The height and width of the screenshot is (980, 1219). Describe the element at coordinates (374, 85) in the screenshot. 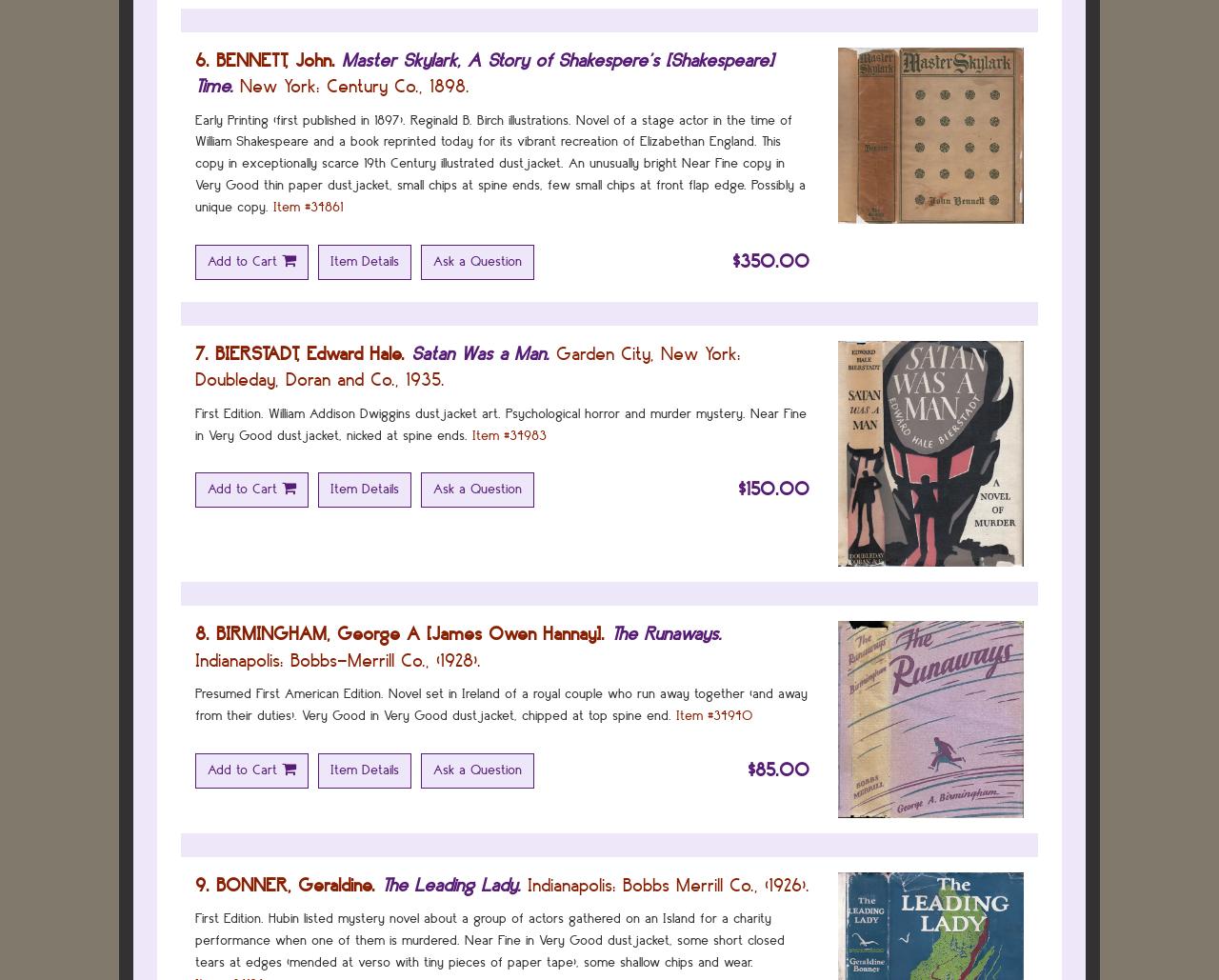

I see `'Century Co.,'` at that location.